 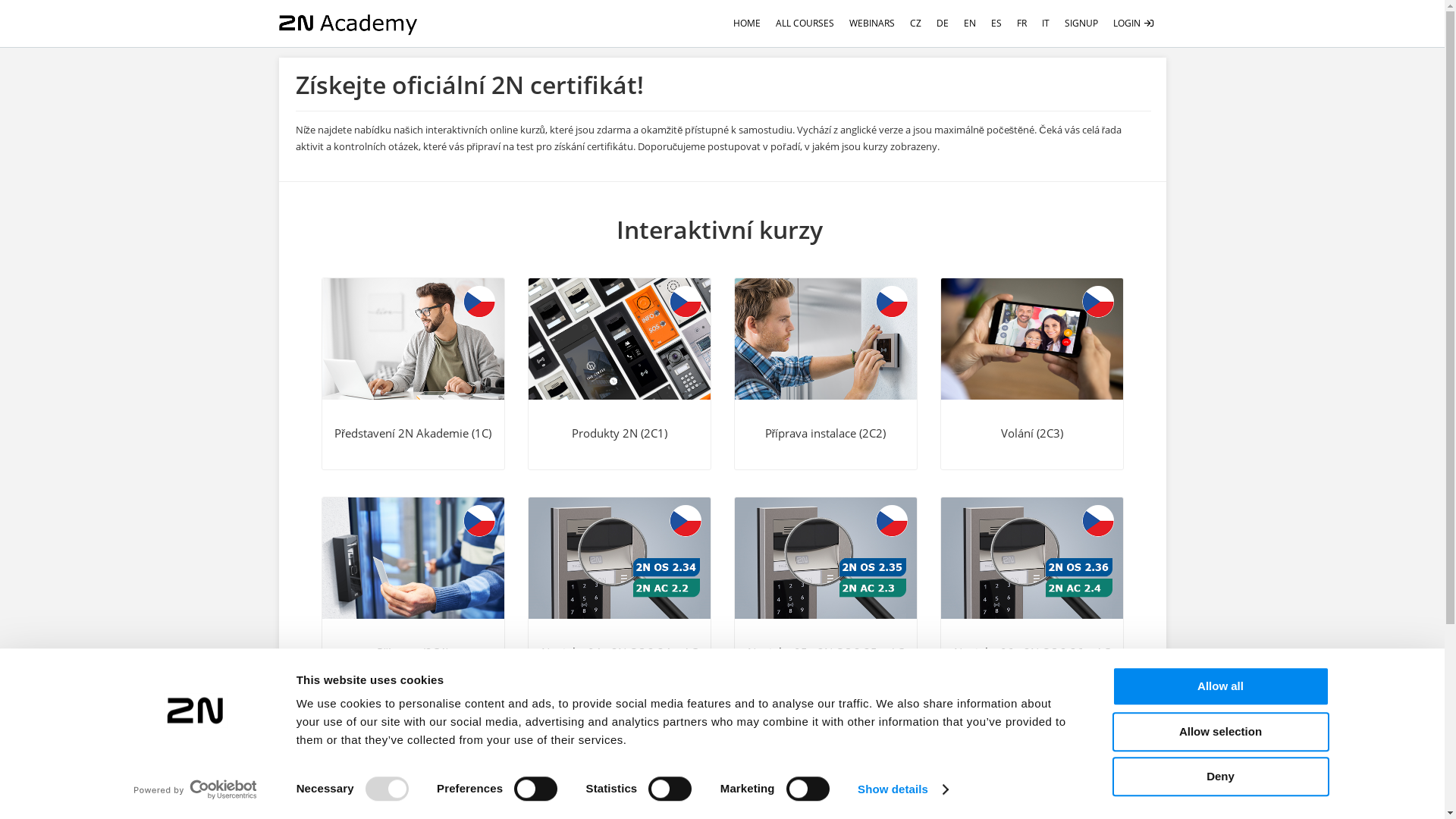 What do you see at coordinates (619, 592) in the screenshot?
I see `'Novinky 04 - 2N OS 2.34 a AC 2.2 (3C1)'` at bounding box center [619, 592].